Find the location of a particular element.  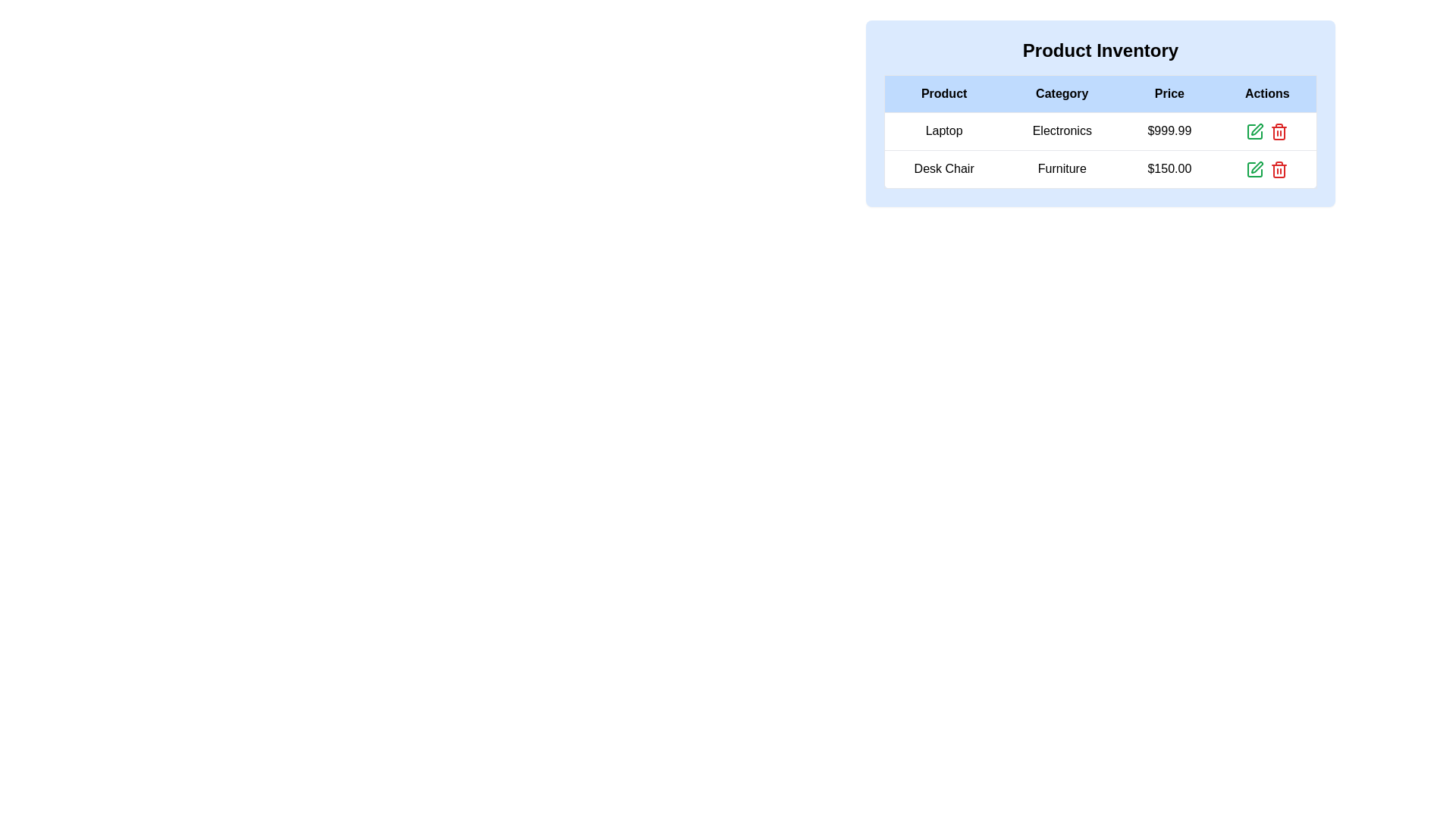

the delete button located in the 'Actions' column of the second row in the product inventory table to initiate the delete action is located at coordinates (1279, 169).